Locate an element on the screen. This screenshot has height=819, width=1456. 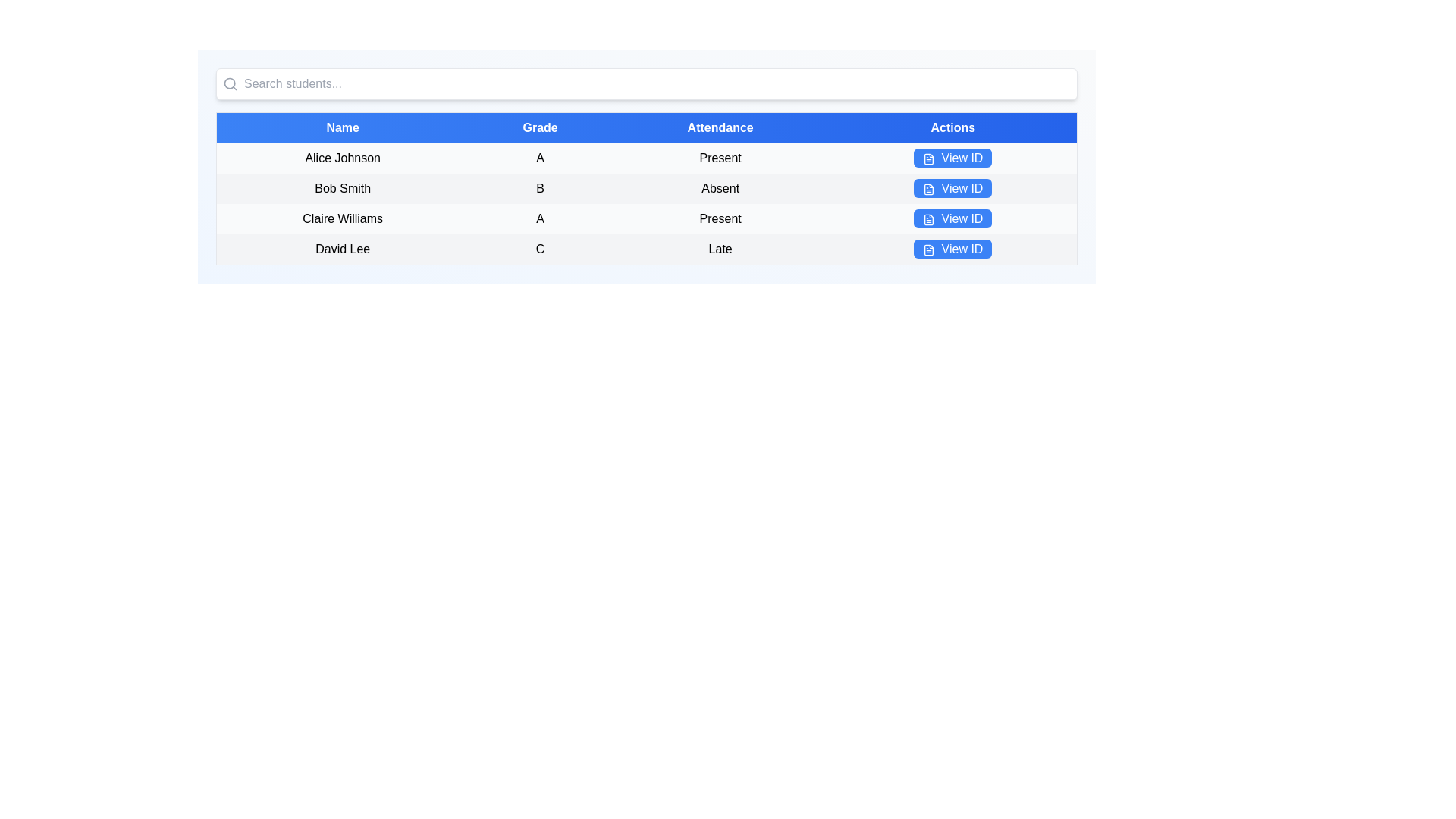
the blue button labeled 'View ID' with a file-like icon is located at coordinates (952, 158).